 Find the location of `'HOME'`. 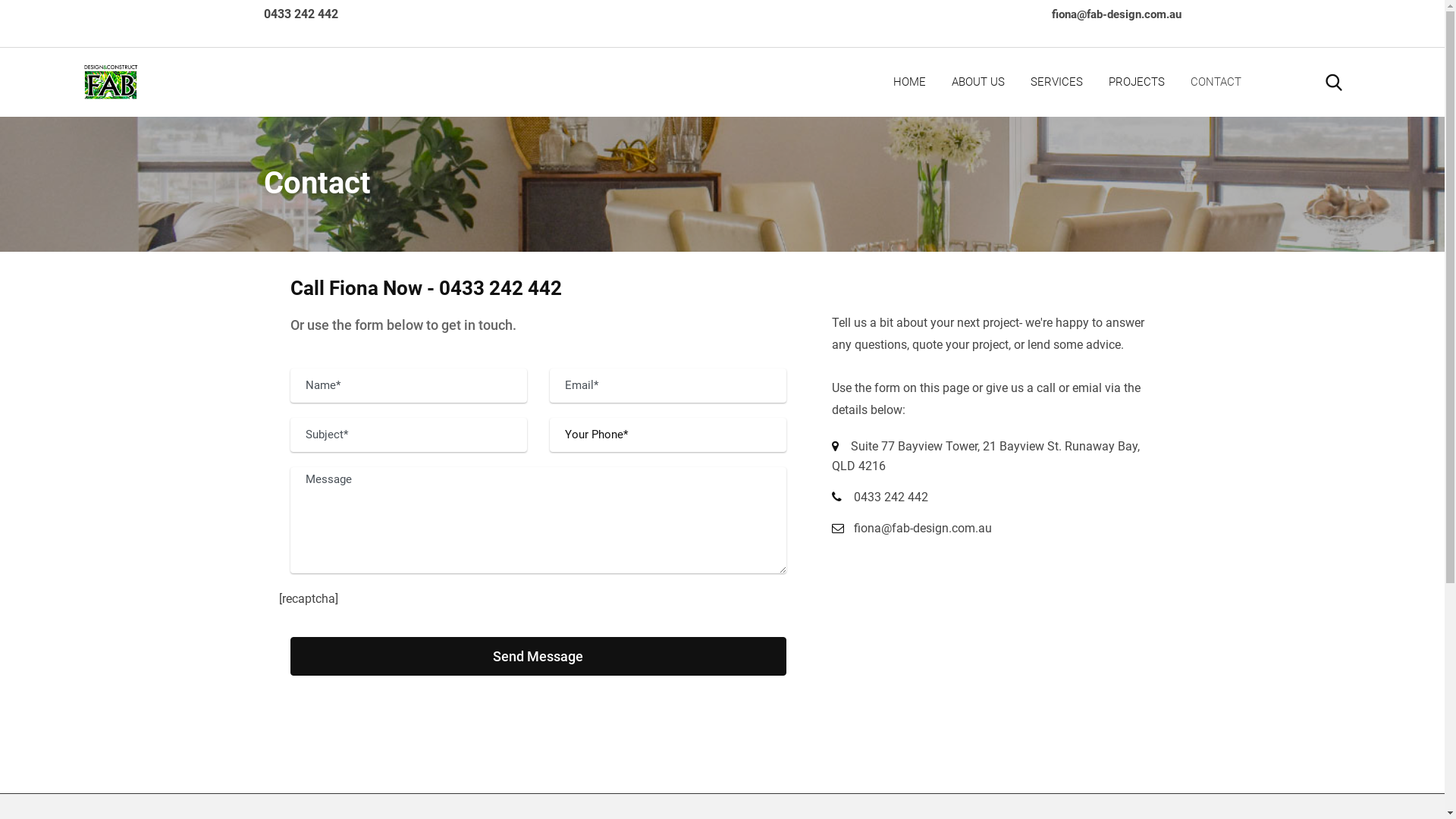

'HOME' is located at coordinates (909, 82).